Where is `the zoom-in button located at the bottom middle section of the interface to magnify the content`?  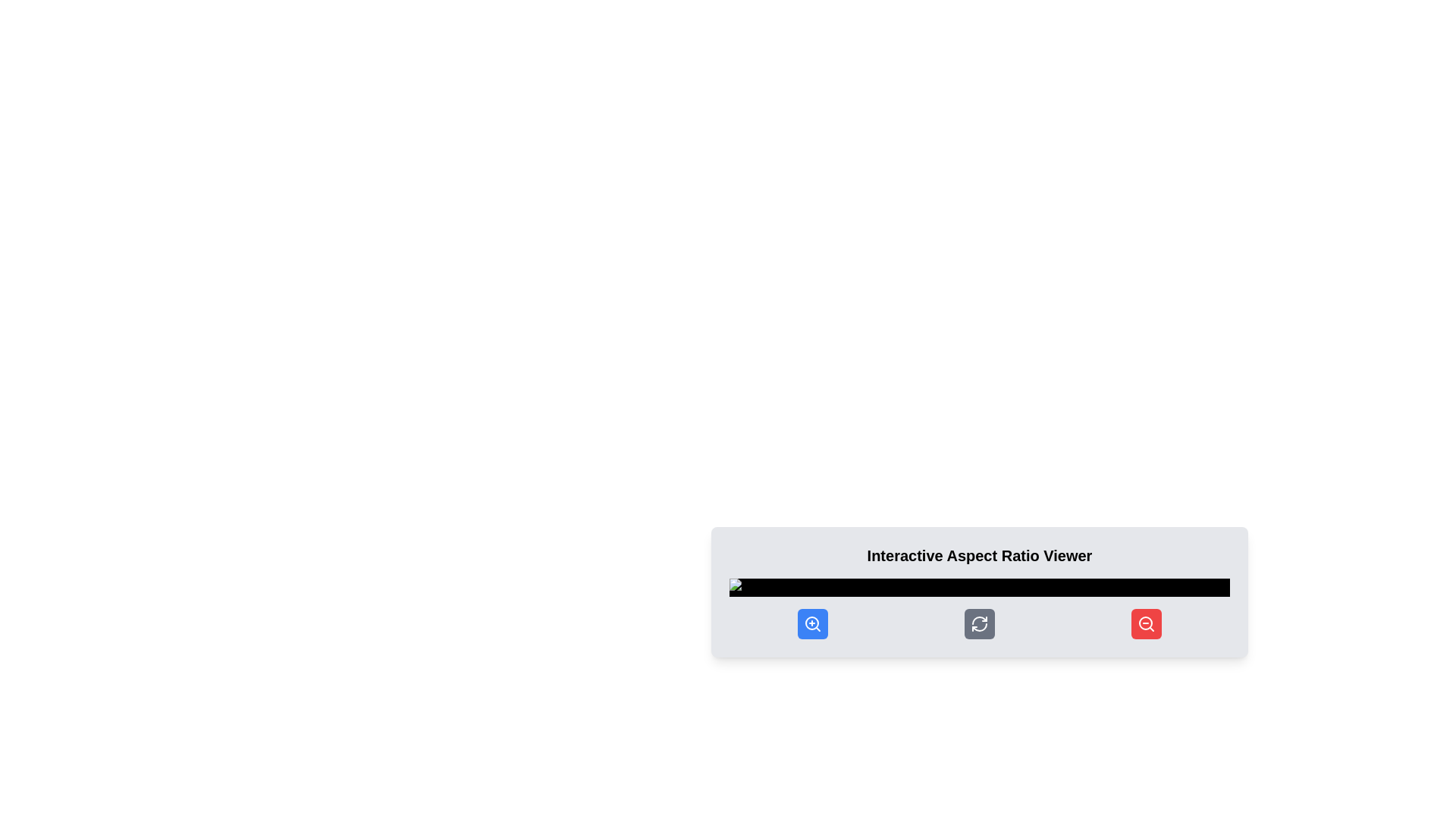 the zoom-in button located at the bottom middle section of the interface to magnify the content is located at coordinates (811, 623).